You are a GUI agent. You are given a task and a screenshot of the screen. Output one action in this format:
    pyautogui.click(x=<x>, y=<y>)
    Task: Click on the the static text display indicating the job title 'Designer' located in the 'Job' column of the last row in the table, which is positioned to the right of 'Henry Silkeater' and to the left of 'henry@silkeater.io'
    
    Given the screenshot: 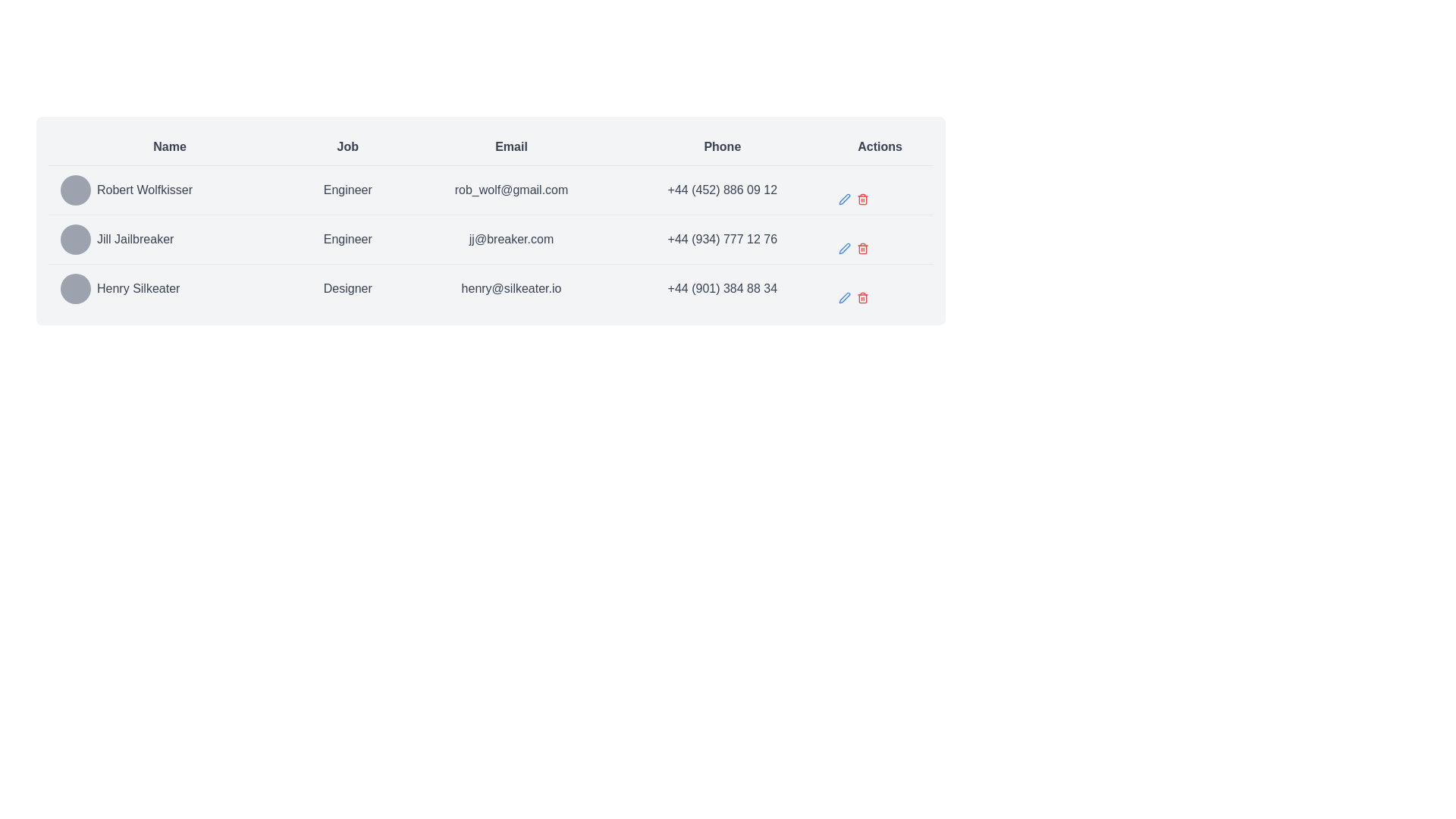 What is the action you would take?
    pyautogui.click(x=347, y=288)
    